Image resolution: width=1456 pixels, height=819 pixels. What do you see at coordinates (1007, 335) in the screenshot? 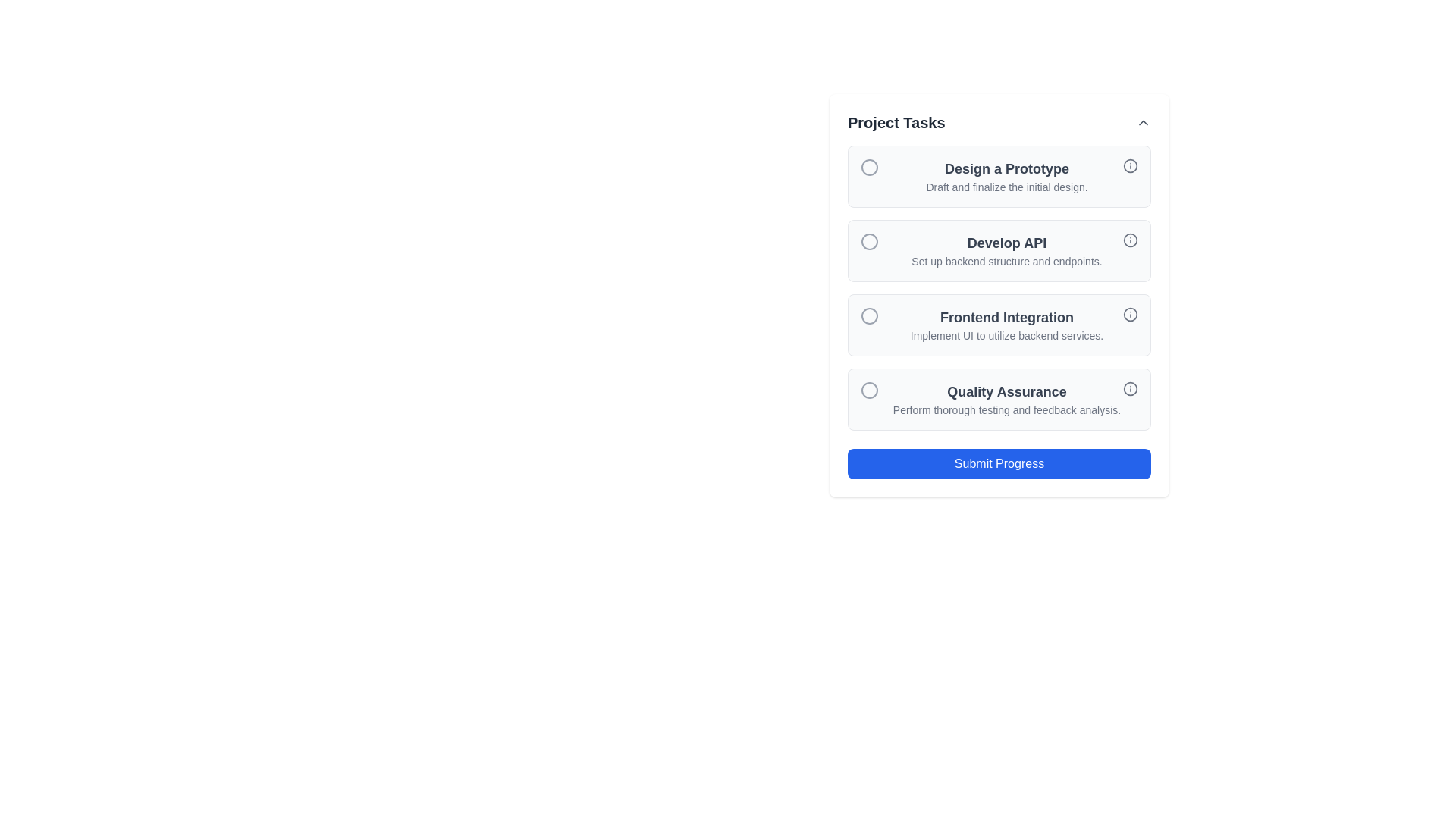
I see `the text element displaying 'Implement UI to utilize backend services.' which is styled in a small gray font and located beneath 'Frontend Integration.'` at bounding box center [1007, 335].